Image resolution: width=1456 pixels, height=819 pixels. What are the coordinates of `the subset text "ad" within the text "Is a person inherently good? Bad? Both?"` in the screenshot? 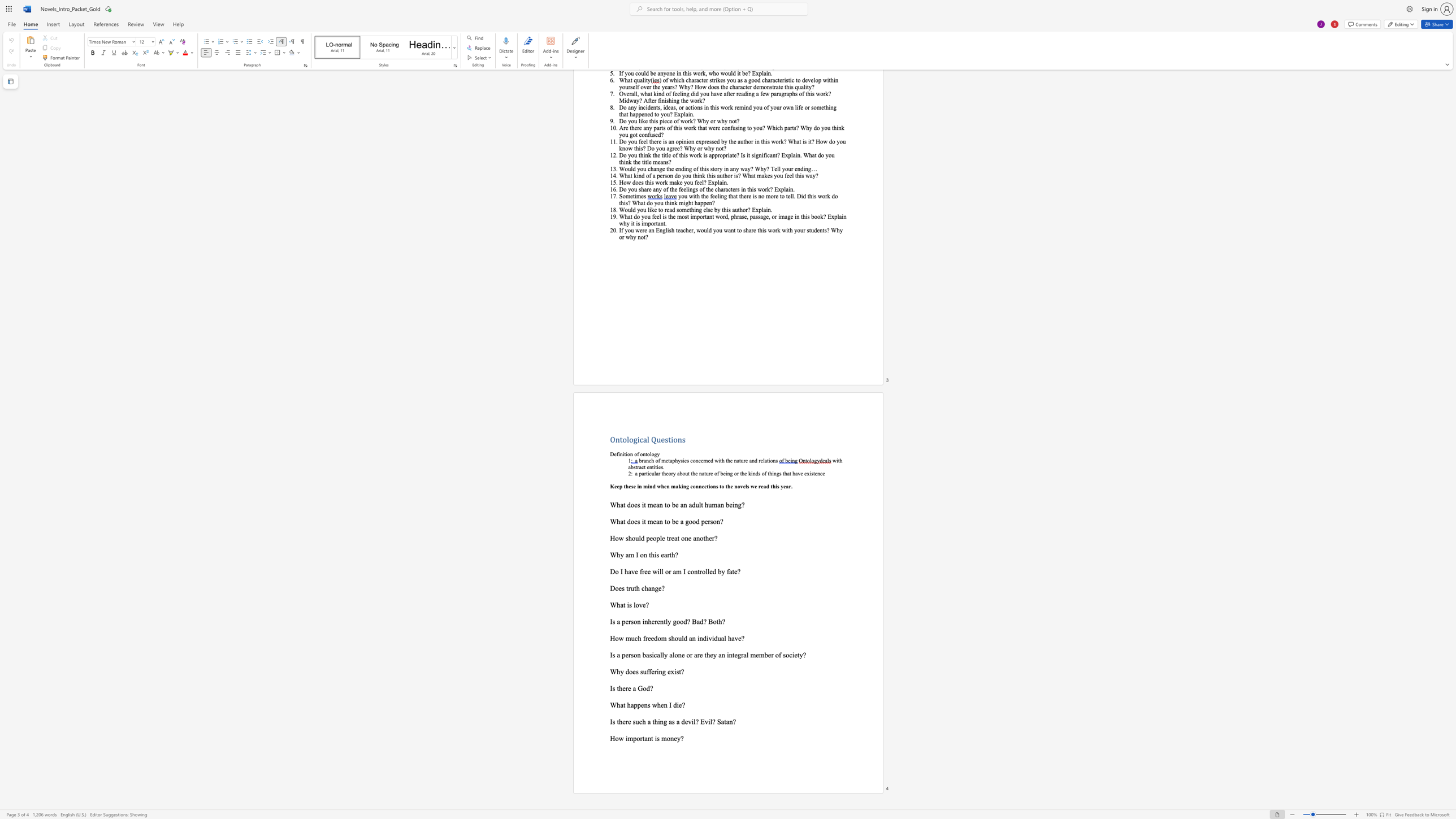 It's located at (696, 621).